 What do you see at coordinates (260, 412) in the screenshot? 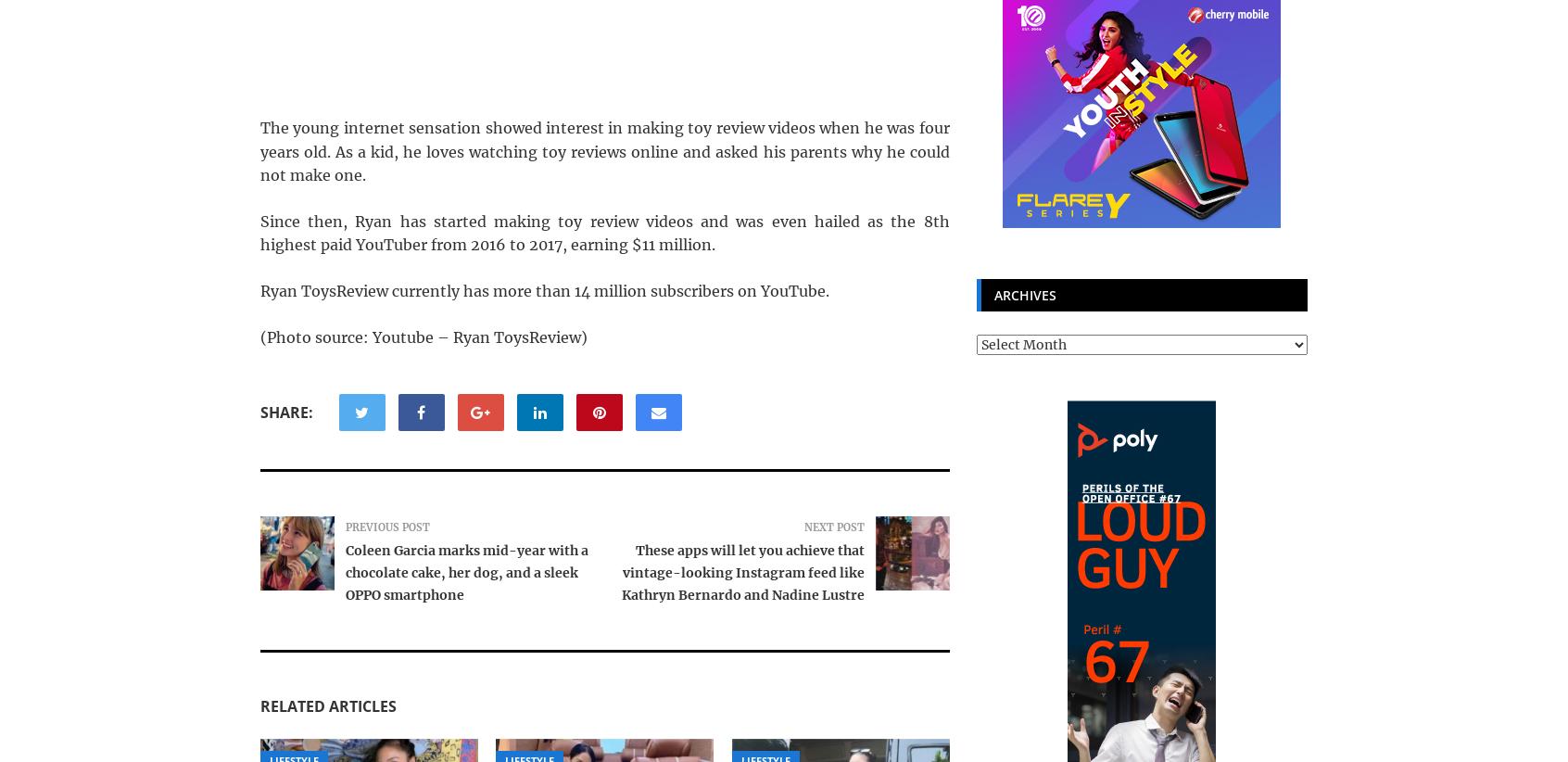
I see `'Share:'` at bounding box center [260, 412].